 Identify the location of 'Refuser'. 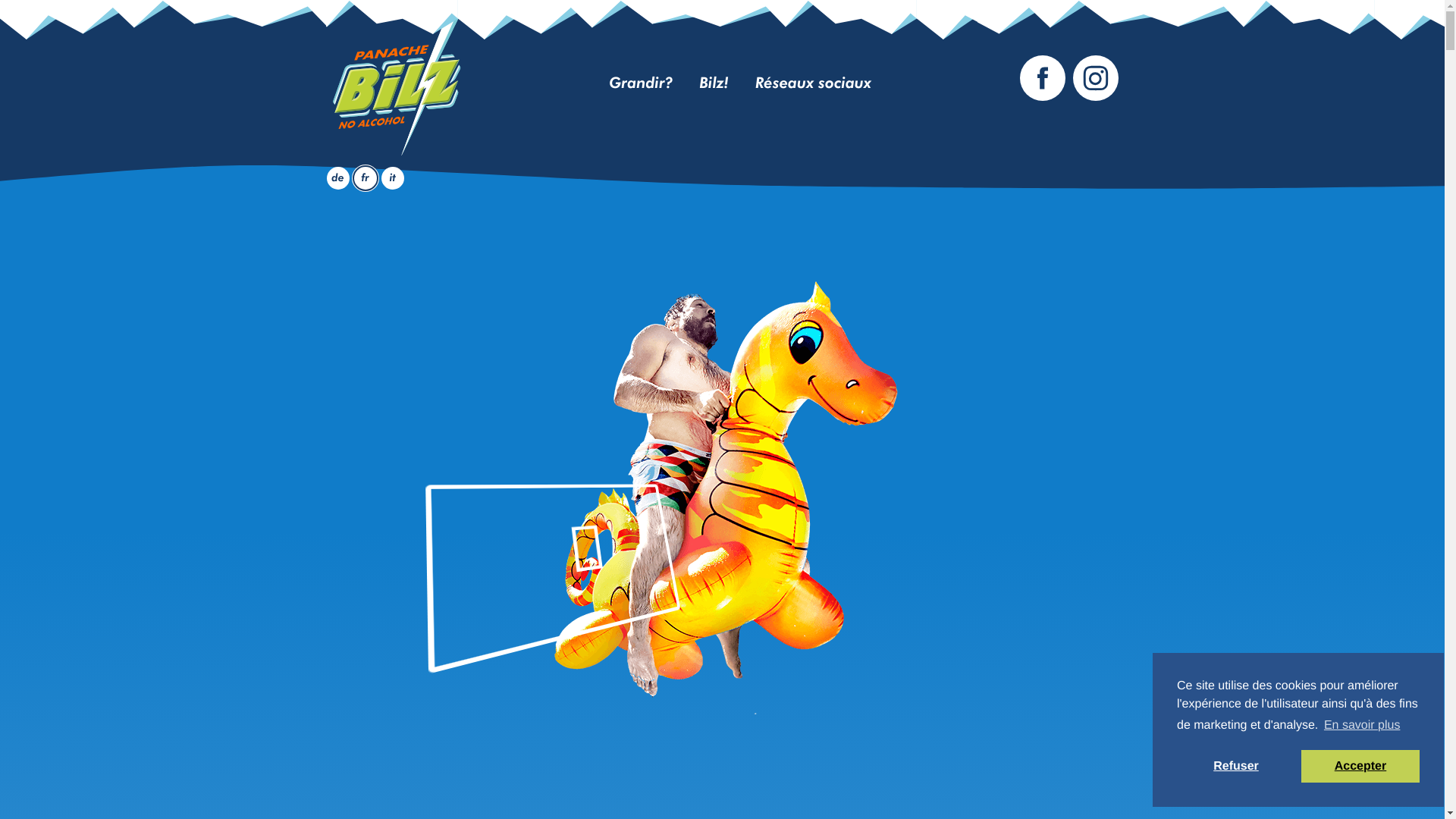
(1236, 766).